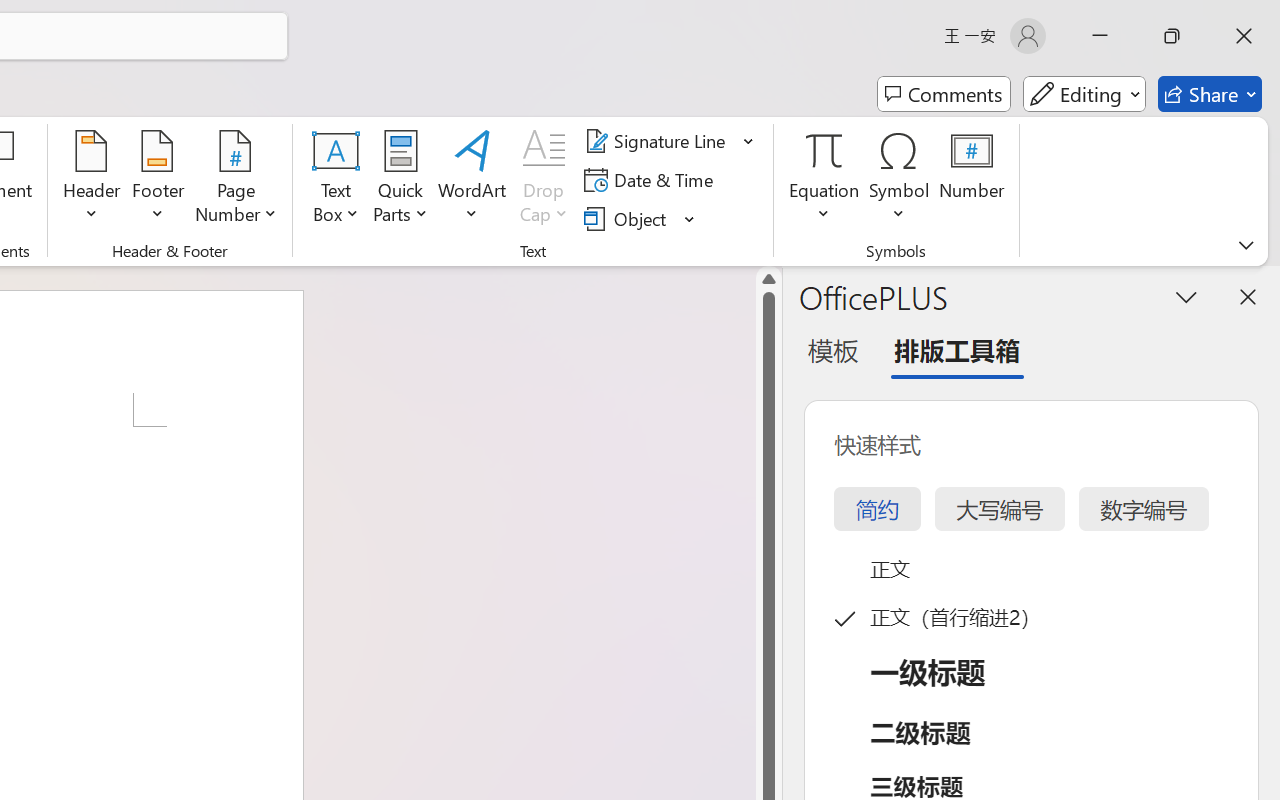  What do you see at coordinates (640, 218) in the screenshot?
I see `'Object...'` at bounding box center [640, 218].